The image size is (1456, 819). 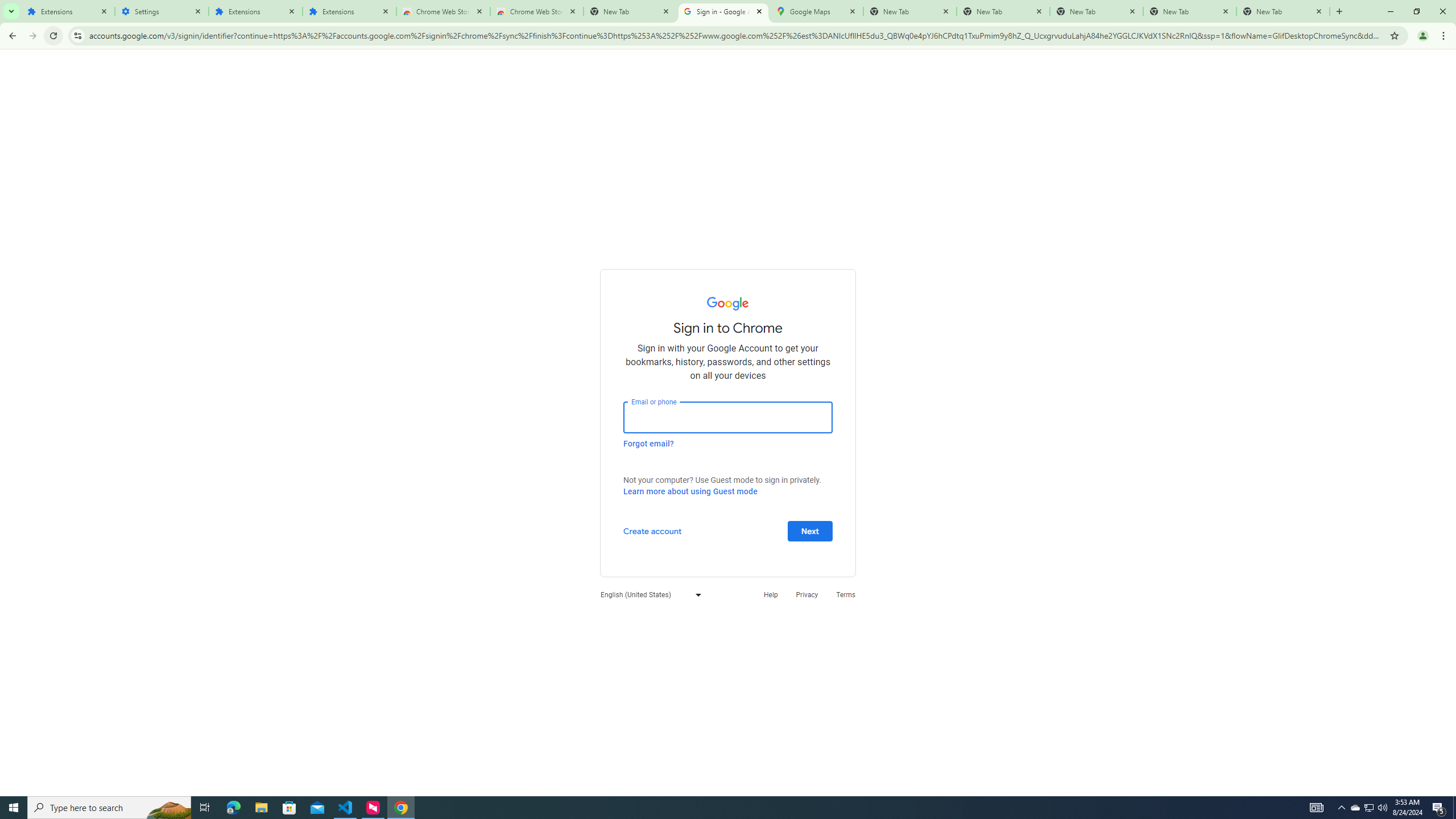 What do you see at coordinates (651, 530) in the screenshot?
I see `'Create account'` at bounding box center [651, 530].